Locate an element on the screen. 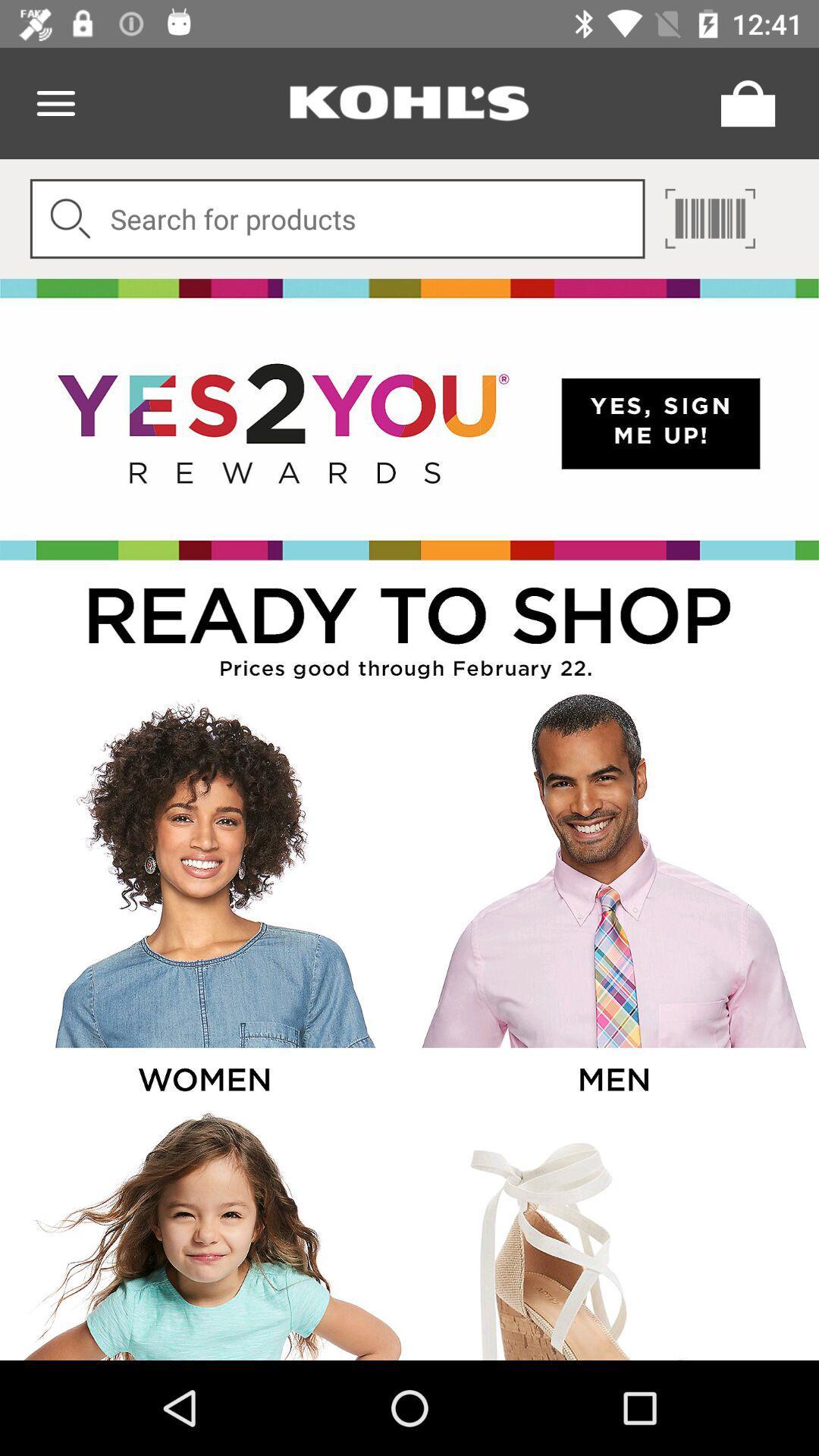 The height and width of the screenshot is (1456, 819). search tool is located at coordinates (337, 218).